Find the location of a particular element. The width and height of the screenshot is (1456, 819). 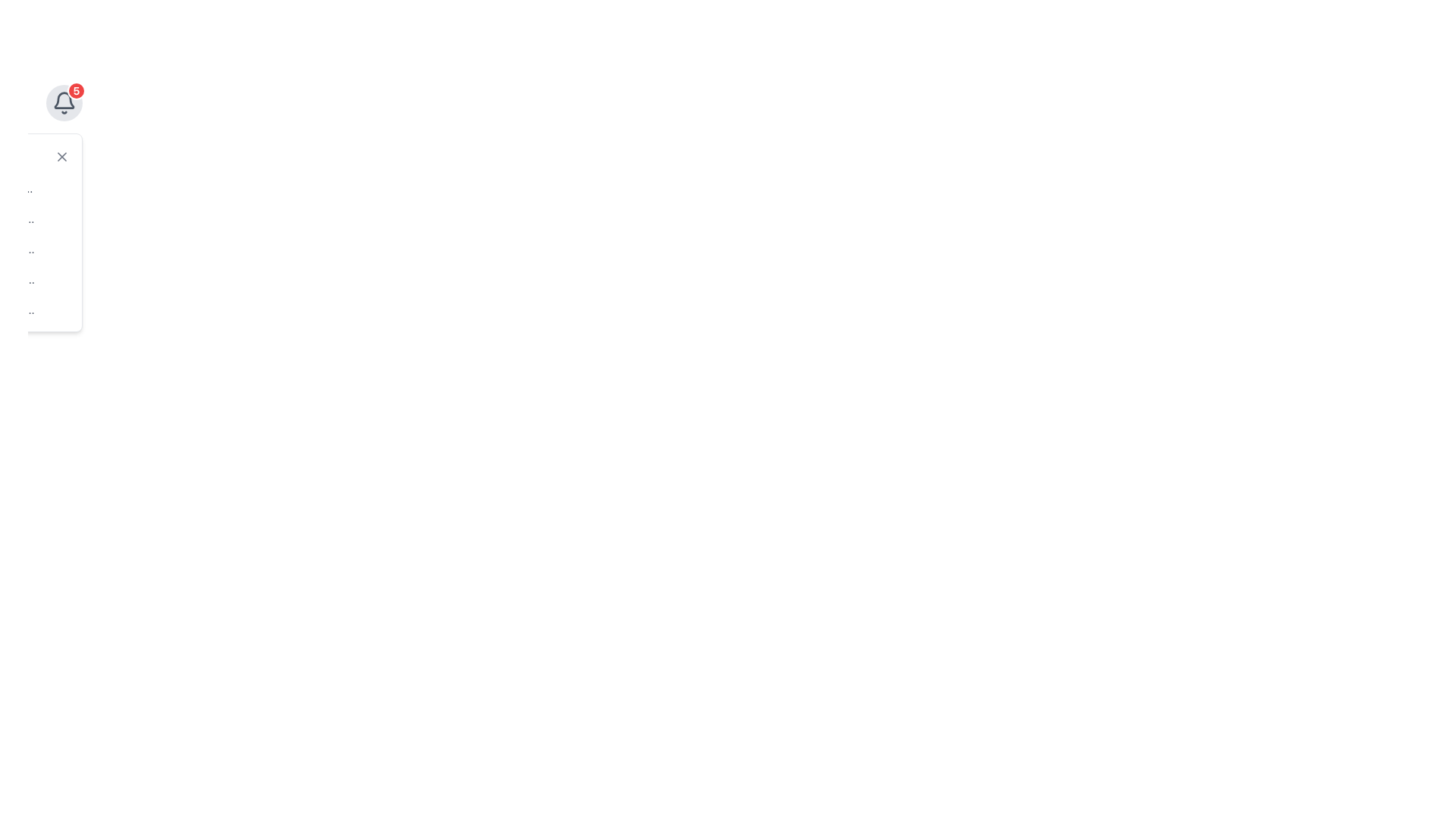

the Icon button located to the far right of the 'Notifications' header bar is located at coordinates (61, 157).